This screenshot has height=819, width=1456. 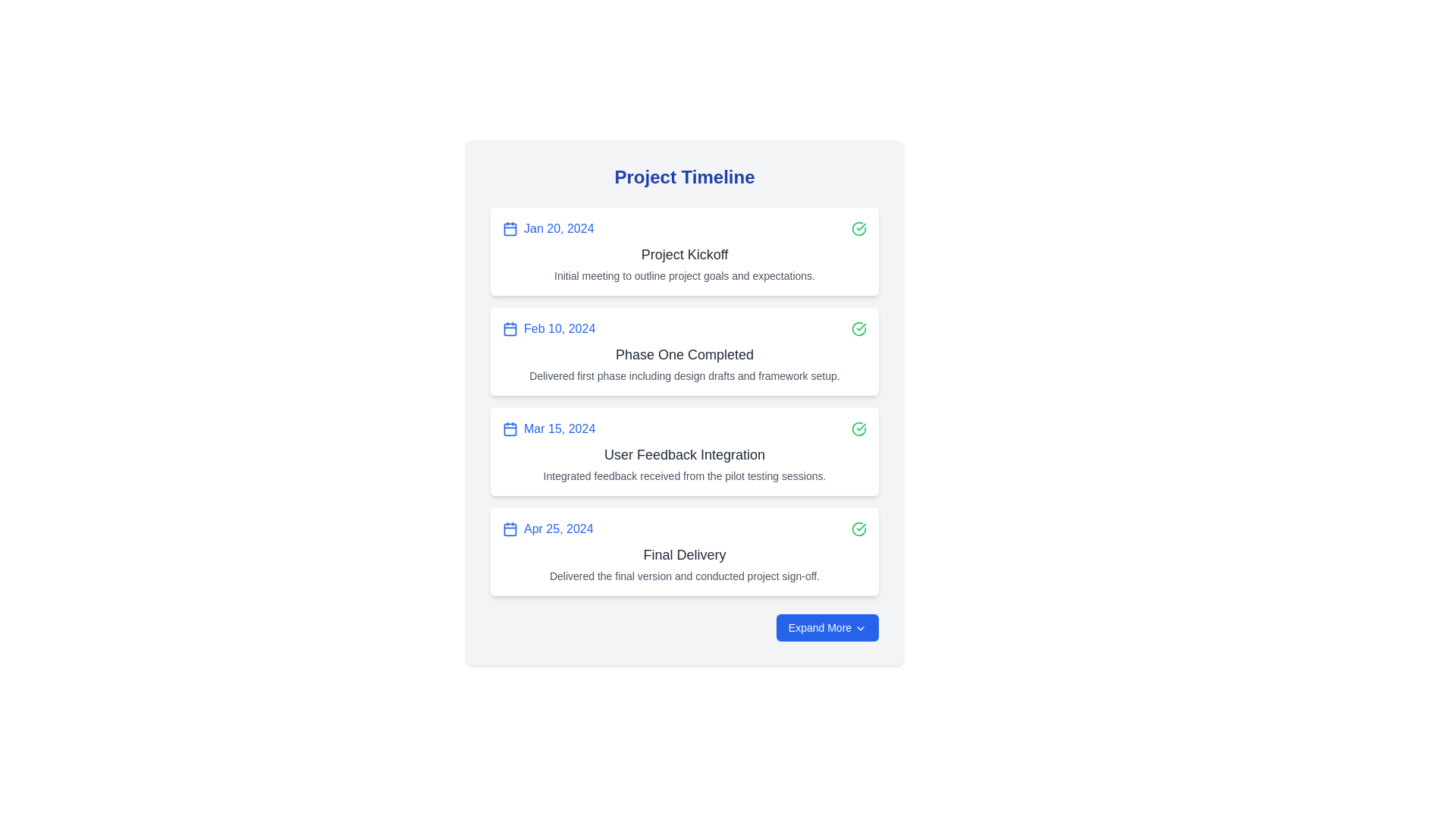 I want to click on the static text element that serves as a date indicator for an event in the timeline, located to the left of the calendar icon and above the event description, so click(x=559, y=328).